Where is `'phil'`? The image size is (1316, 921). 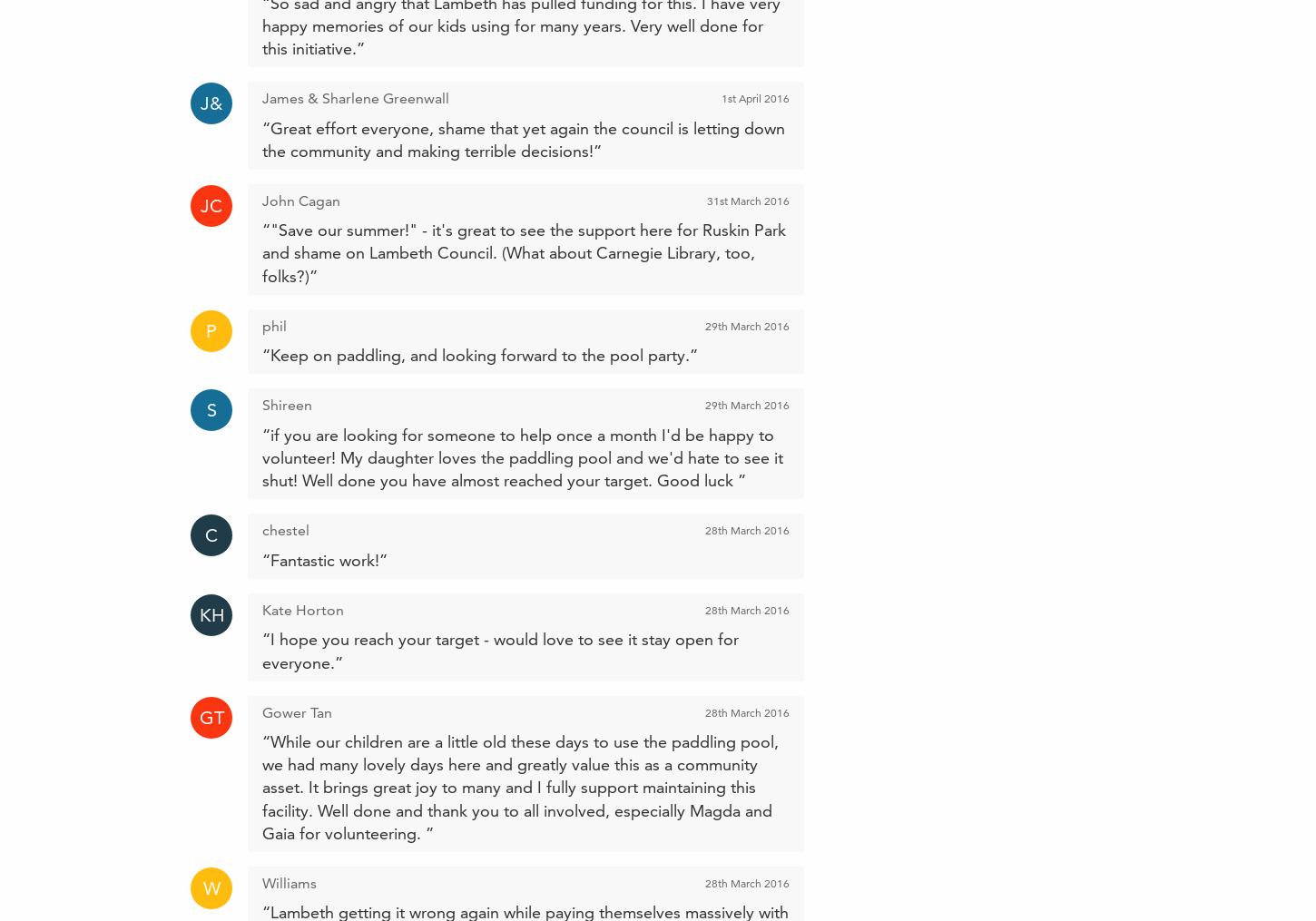 'phil' is located at coordinates (261, 324).